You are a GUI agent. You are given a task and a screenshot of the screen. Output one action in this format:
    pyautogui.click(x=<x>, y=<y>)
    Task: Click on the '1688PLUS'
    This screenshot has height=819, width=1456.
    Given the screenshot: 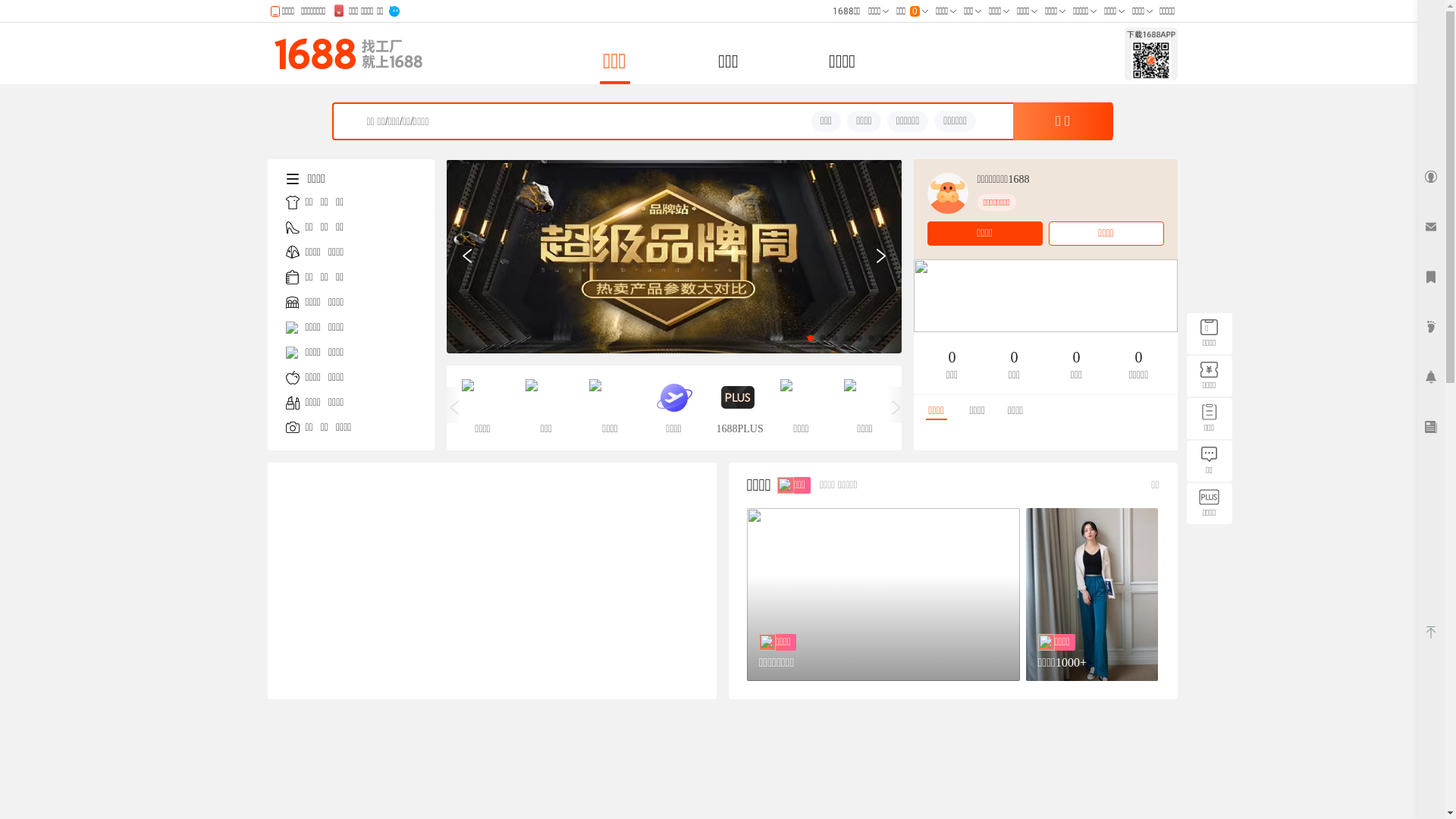 What is the action you would take?
    pyautogui.click(x=736, y=406)
    